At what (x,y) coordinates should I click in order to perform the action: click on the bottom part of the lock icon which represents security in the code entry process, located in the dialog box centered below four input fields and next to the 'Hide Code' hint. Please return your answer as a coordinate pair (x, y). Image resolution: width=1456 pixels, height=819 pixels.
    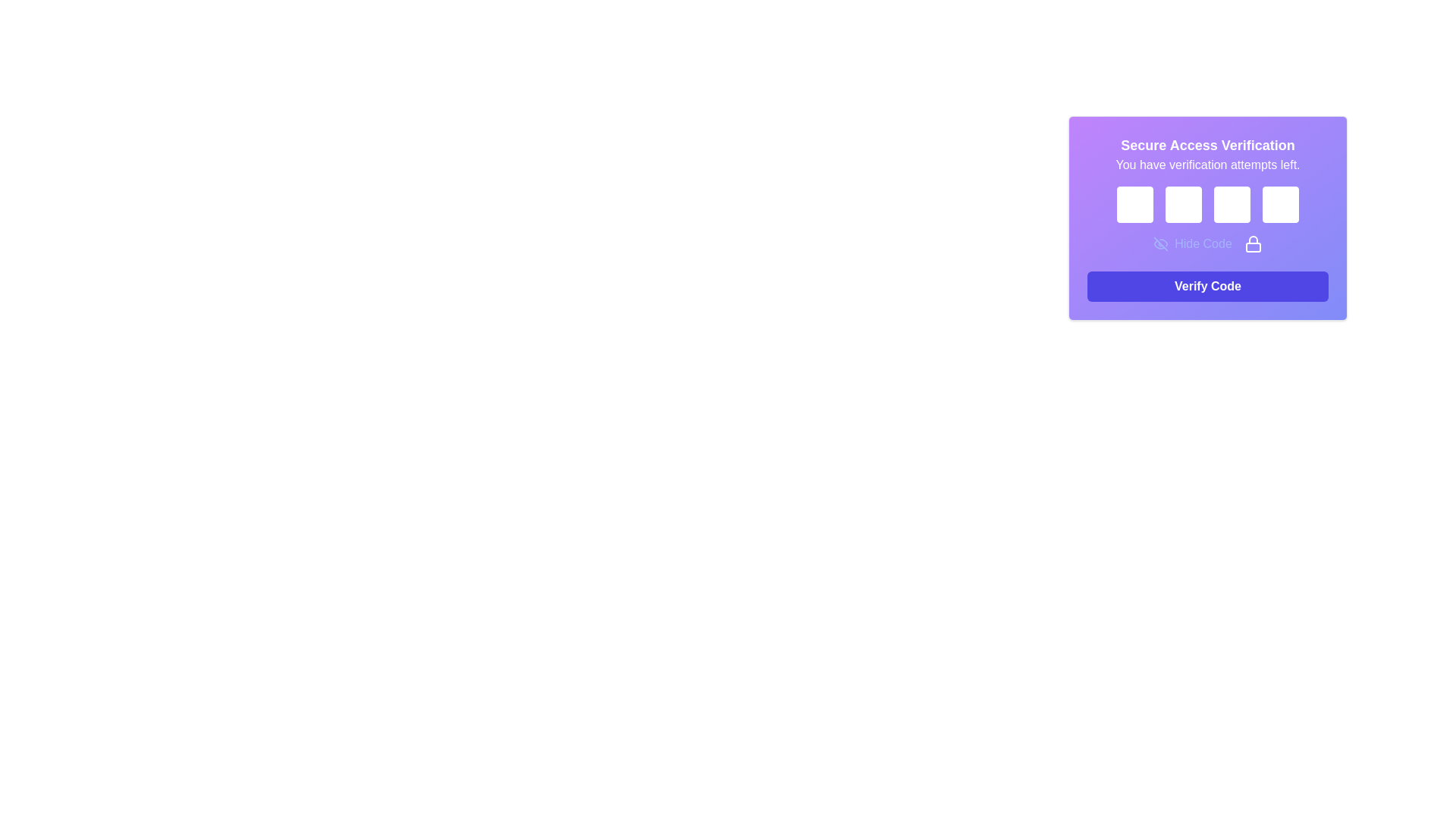
    Looking at the image, I should click on (1253, 246).